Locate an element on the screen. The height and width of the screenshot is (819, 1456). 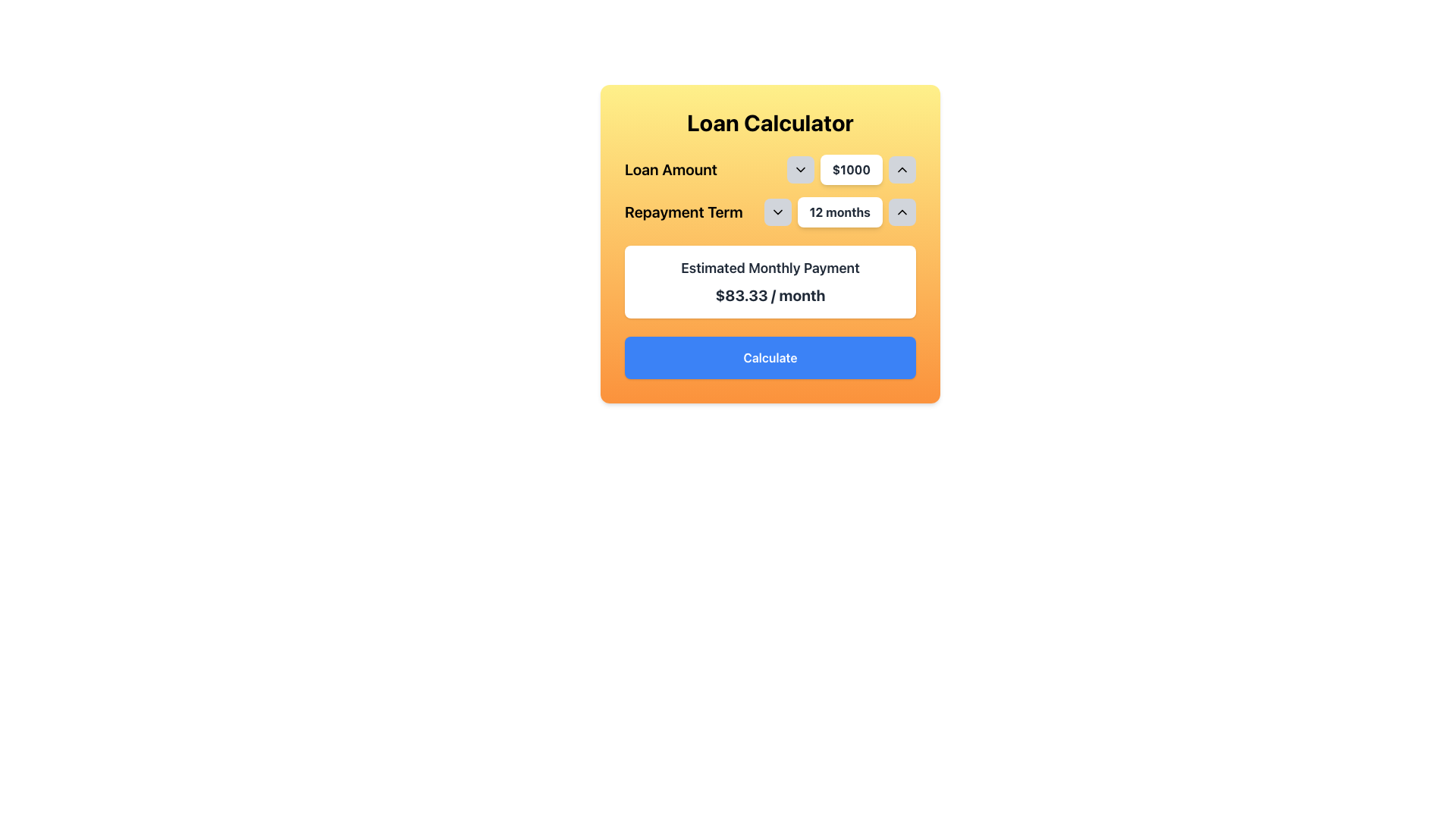
the Text display that shows the currently selected repayment duration for a loan, located at the center of the row labeled 'Repayment Term.' is located at coordinates (839, 212).